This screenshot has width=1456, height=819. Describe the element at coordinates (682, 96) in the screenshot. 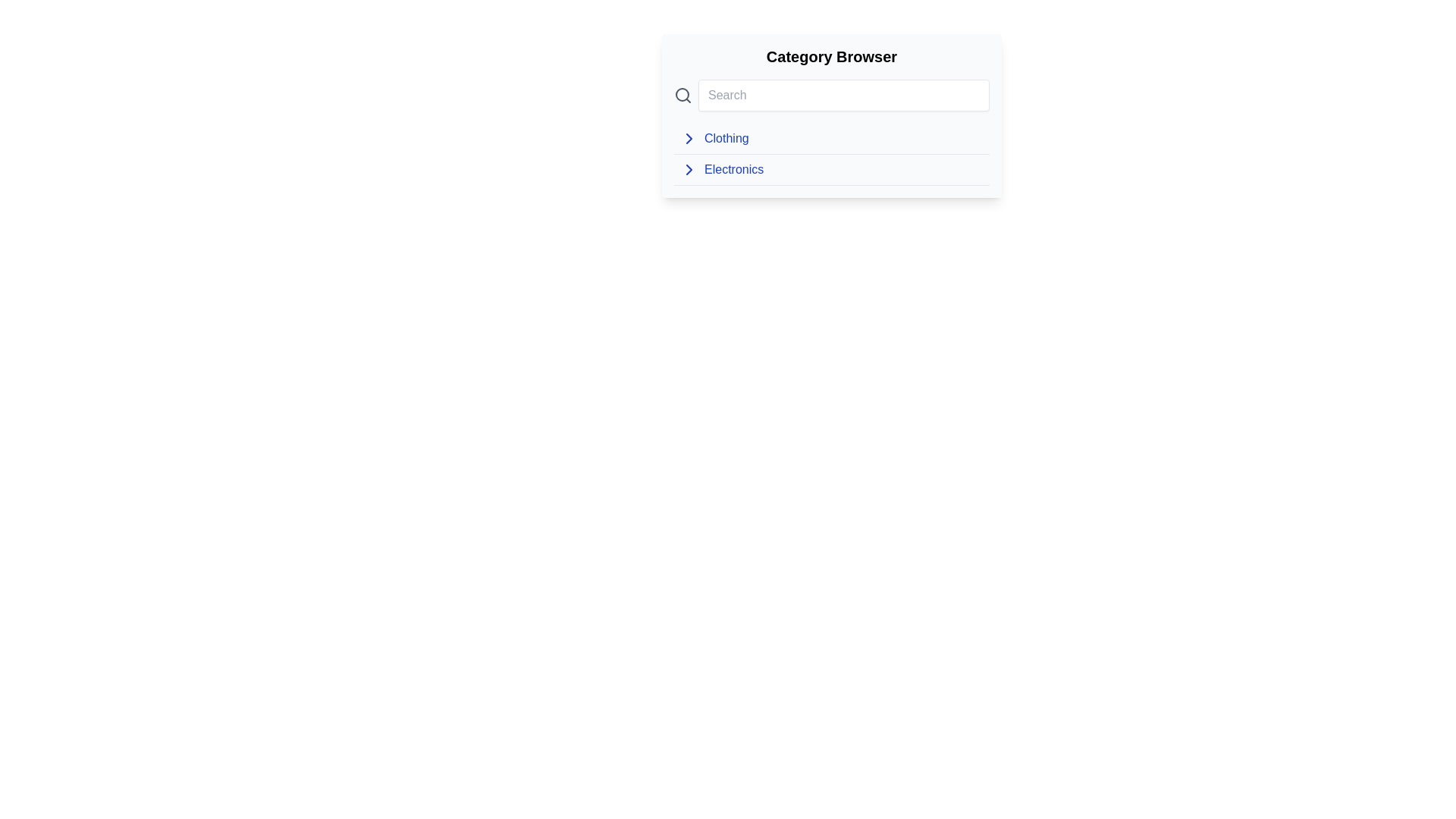

I see `the circular search icon, which is a magnifying glass with a dark-gray outline, located immediately to the left of the 'Search' text input field` at that location.